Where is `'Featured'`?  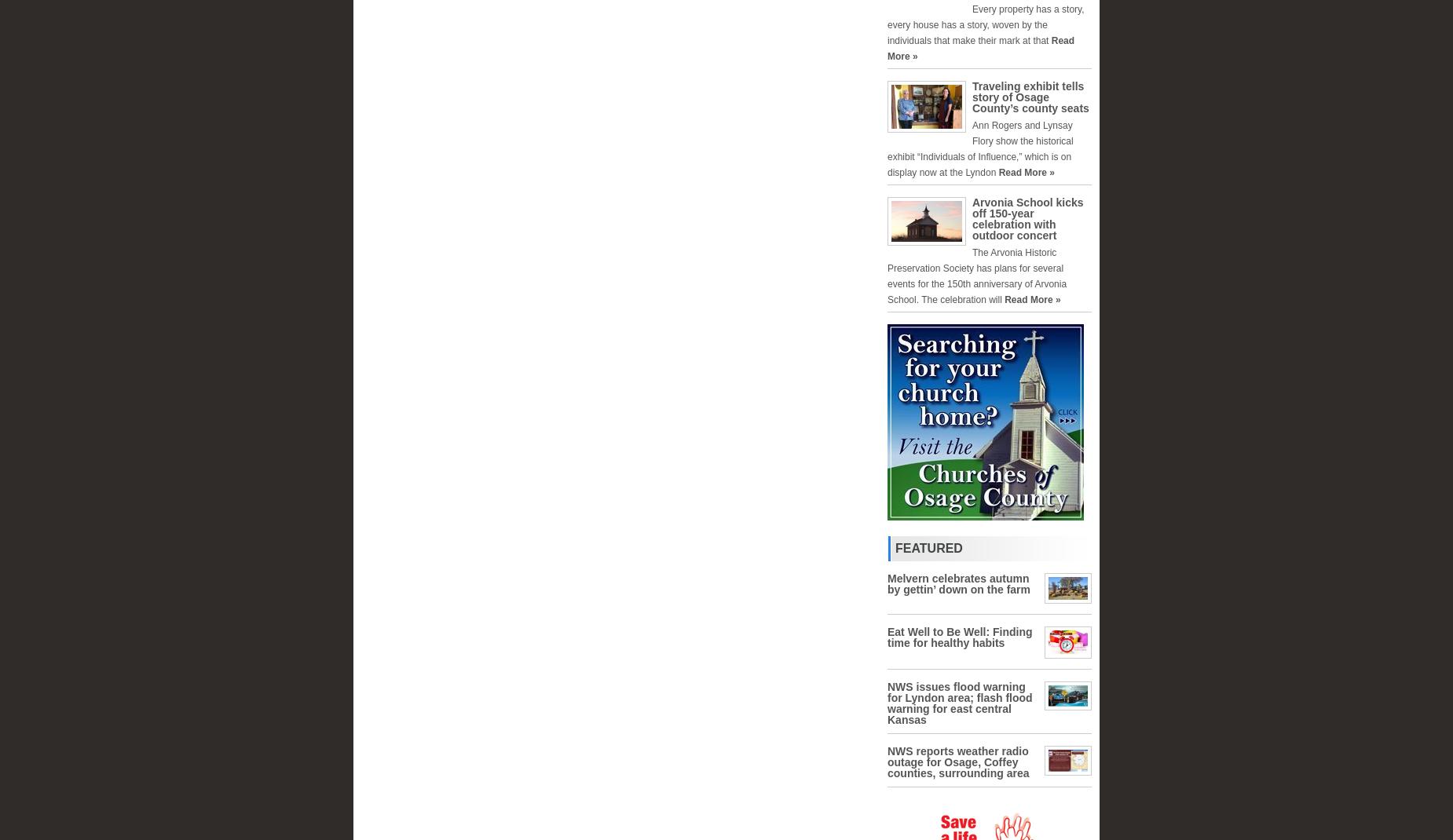
'Featured' is located at coordinates (928, 548).